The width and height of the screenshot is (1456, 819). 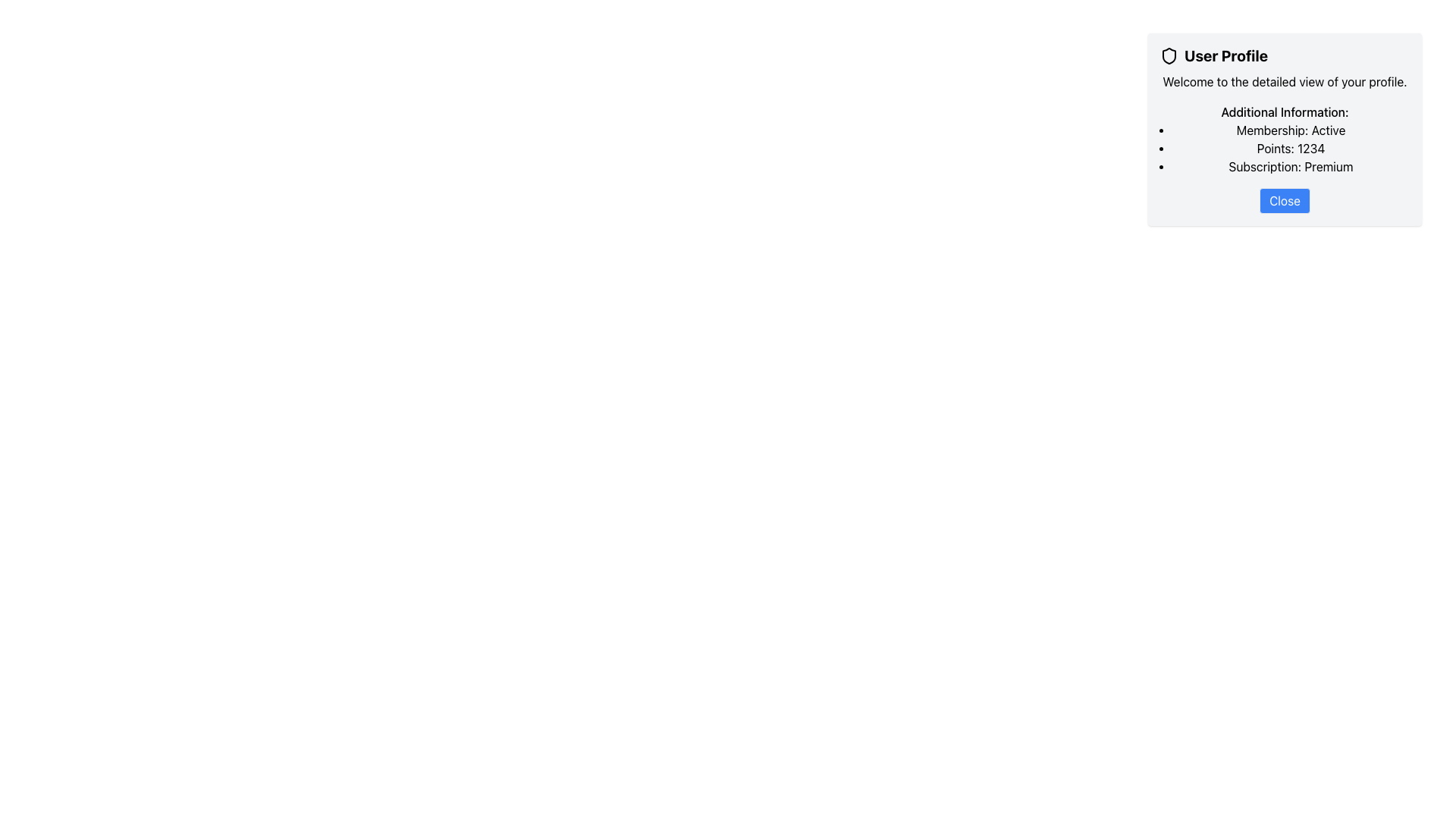 What do you see at coordinates (1284, 200) in the screenshot?
I see `the close button at the bottom of the 'User Profile' card` at bounding box center [1284, 200].